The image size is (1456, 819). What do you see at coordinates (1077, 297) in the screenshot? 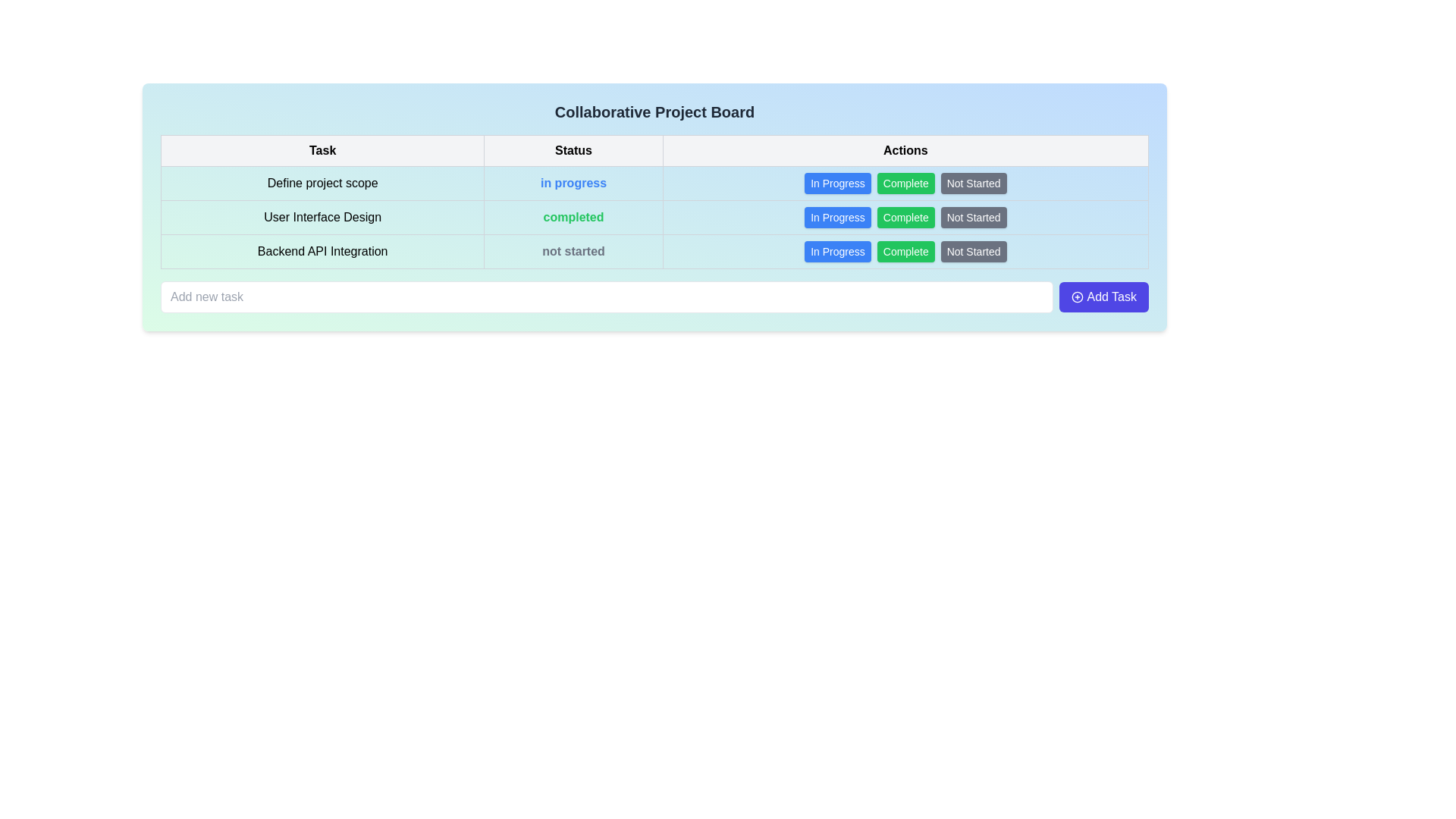
I see `the circular icon component of the 'Add Task' button located at the bottom right corner of the interface` at bounding box center [1077, 297].